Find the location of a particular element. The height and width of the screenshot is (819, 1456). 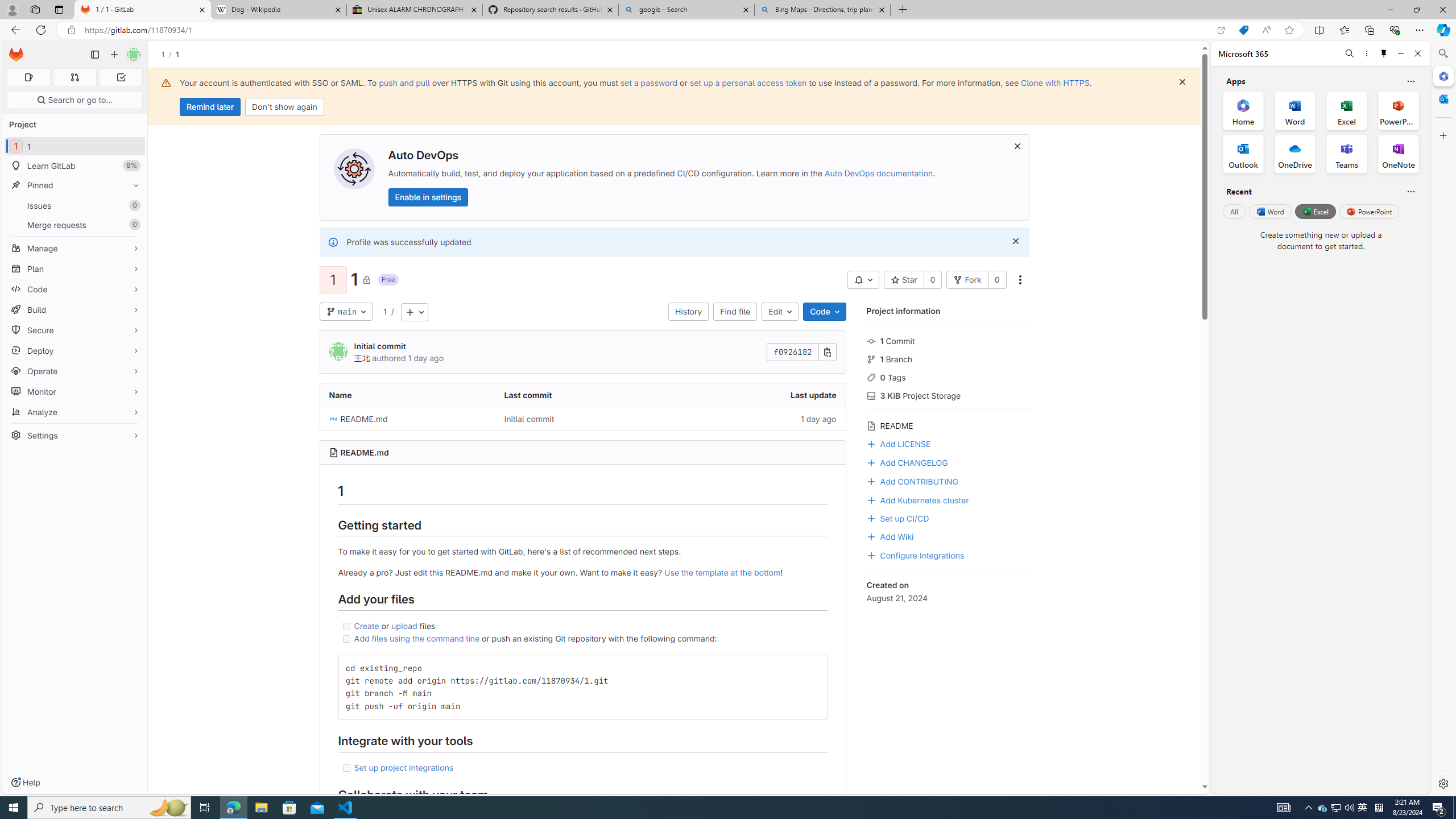

'Deploy' is located at coordinates (74, 350).